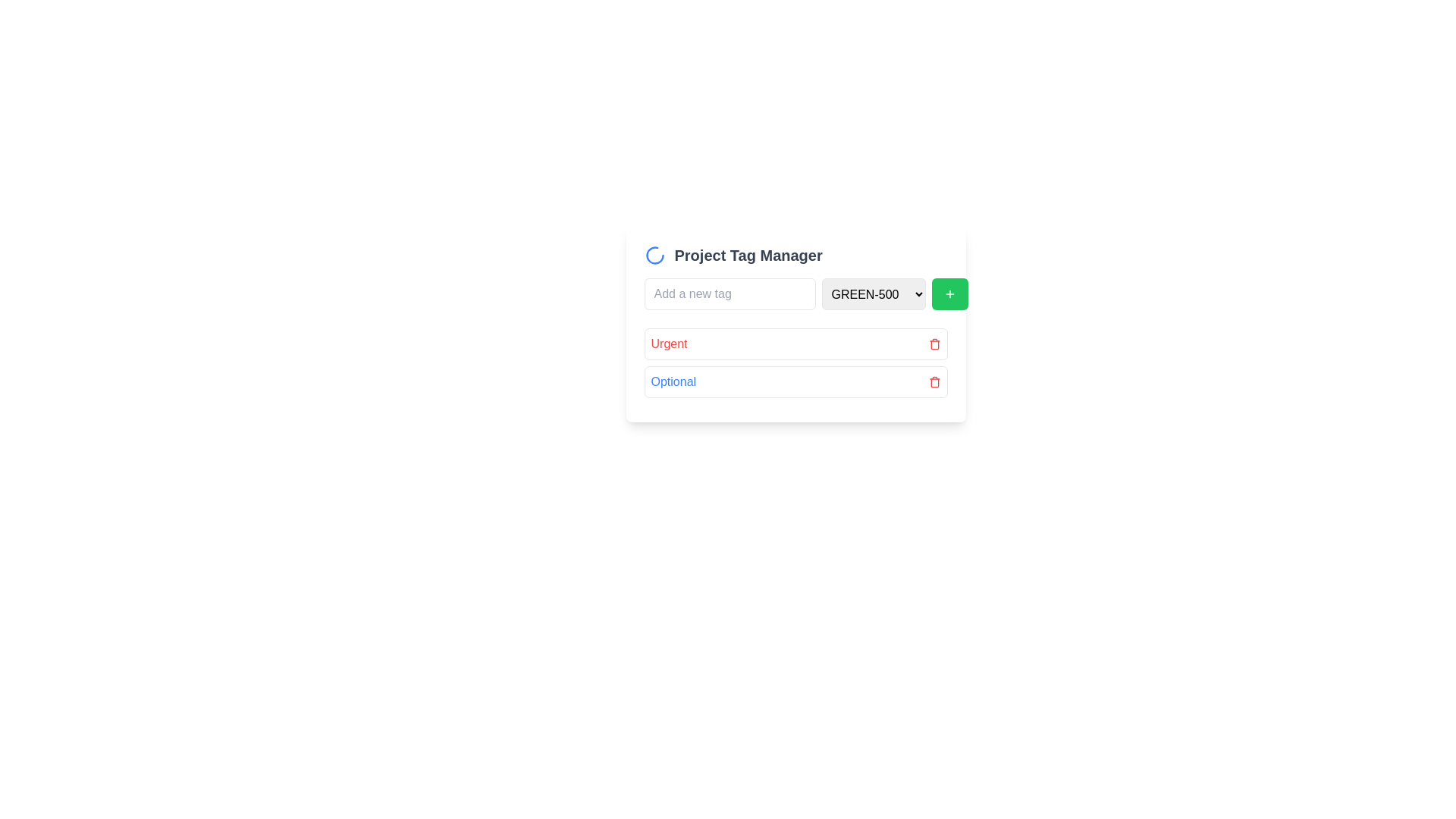 This screenshot has width=1456, height=819. Describe the element at coordinates (949, 294) in the screenshot. I see `the interactive button located to the right of the 'GREEN-500' dropdown menu` at that location.